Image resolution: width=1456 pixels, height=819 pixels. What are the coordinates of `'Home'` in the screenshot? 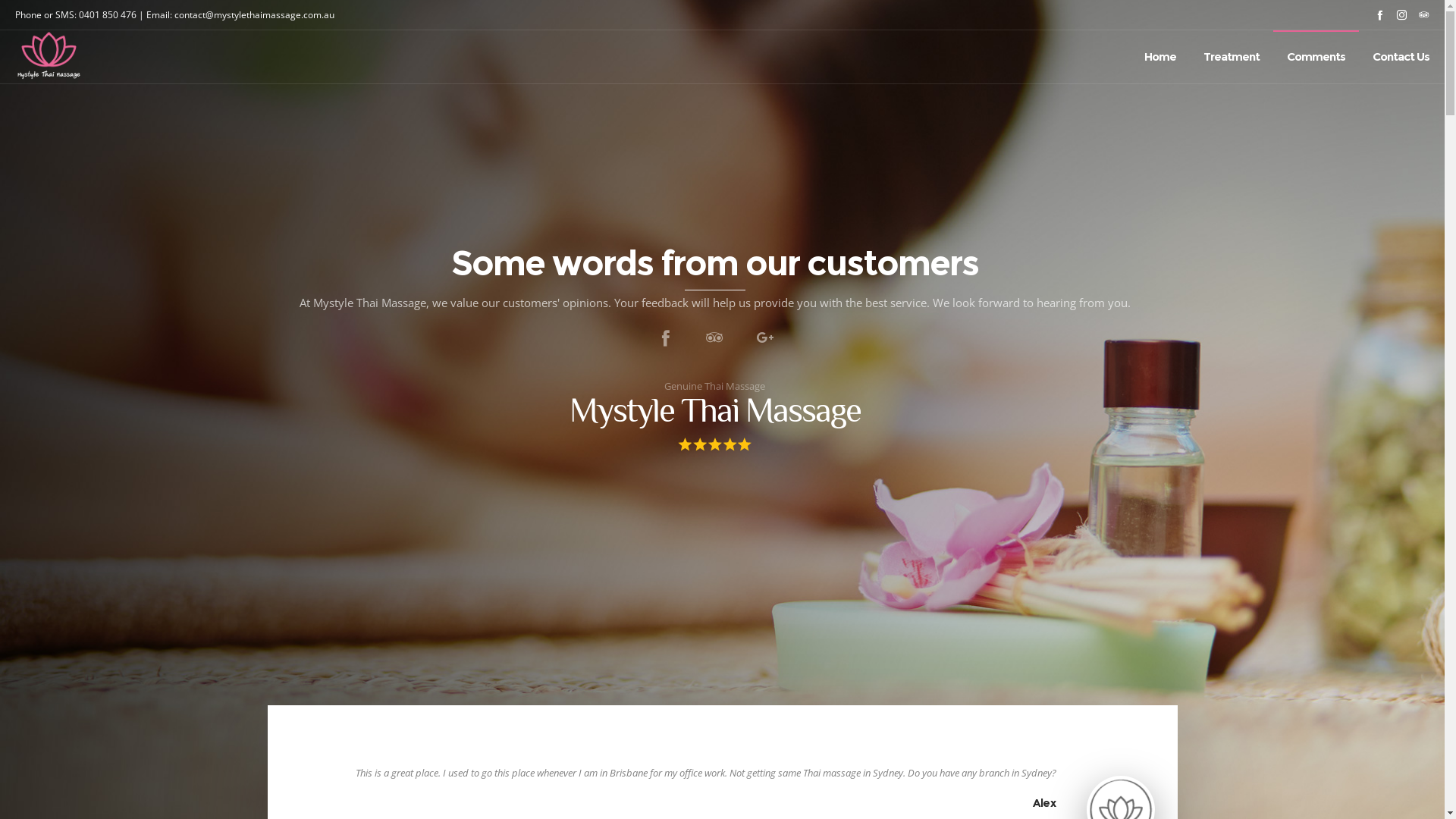 It's located at (1159, 55).